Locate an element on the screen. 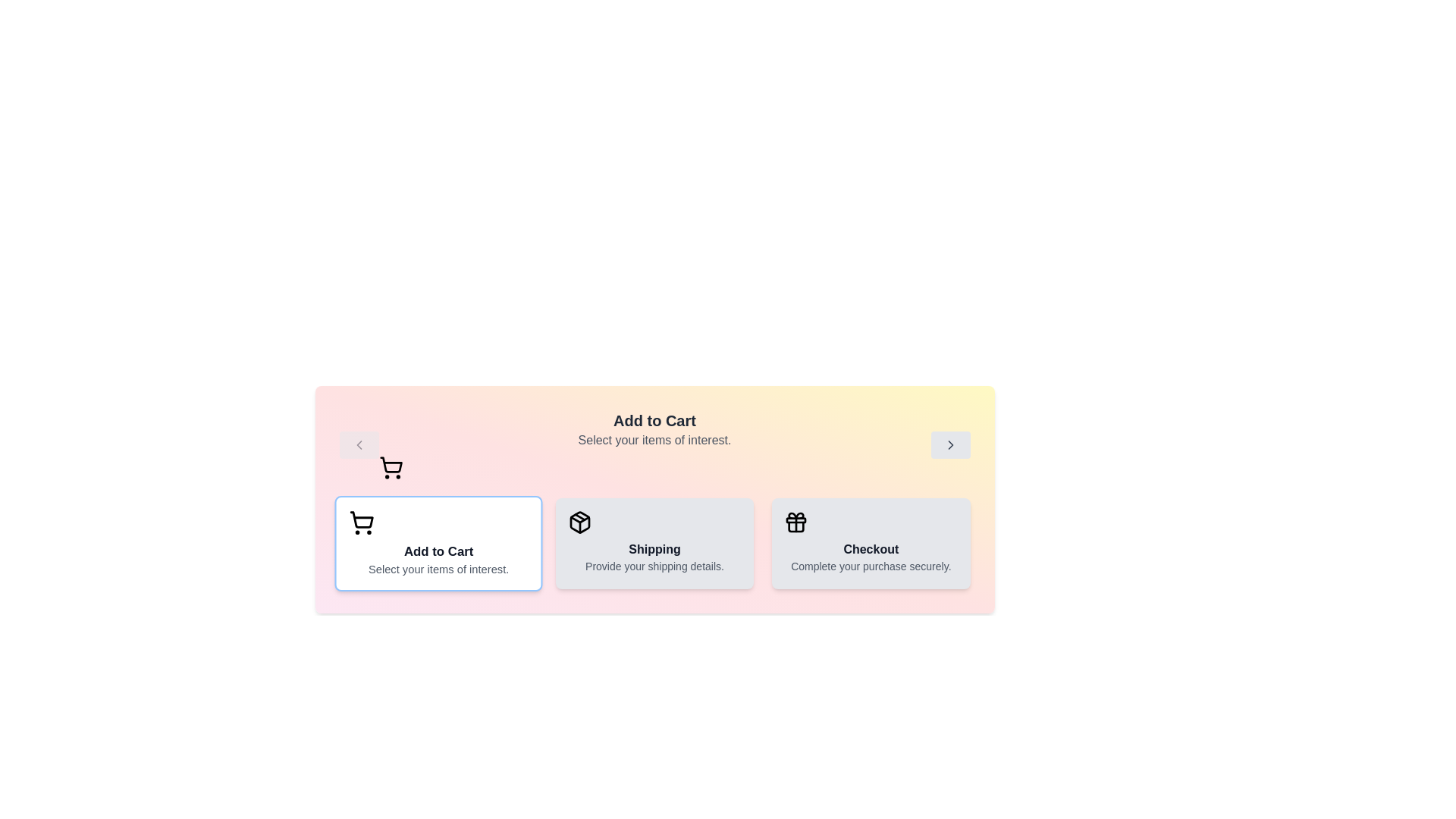 This screenshot has height=819, width=1456. the gift box icon with a minimalist design featuring a bow, located within the third action card labeled 'Checkout' is located at coordinates (795, 522).